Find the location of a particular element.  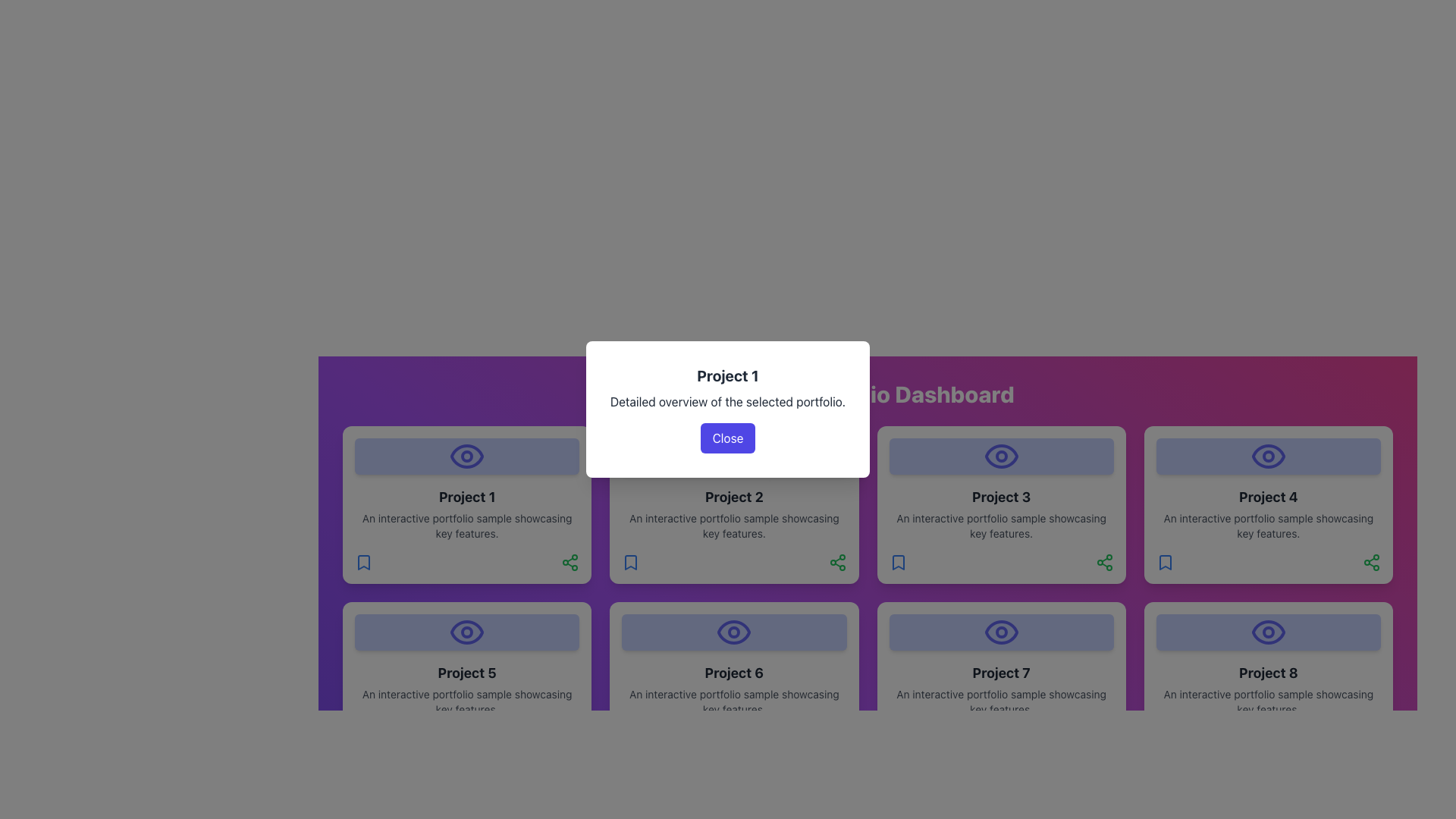

the icon representing the details of the 'Project 7' card, located in the upper section of the card, centered horizontally, in the bottom row of project cards is located at coordinates (1001, 632).